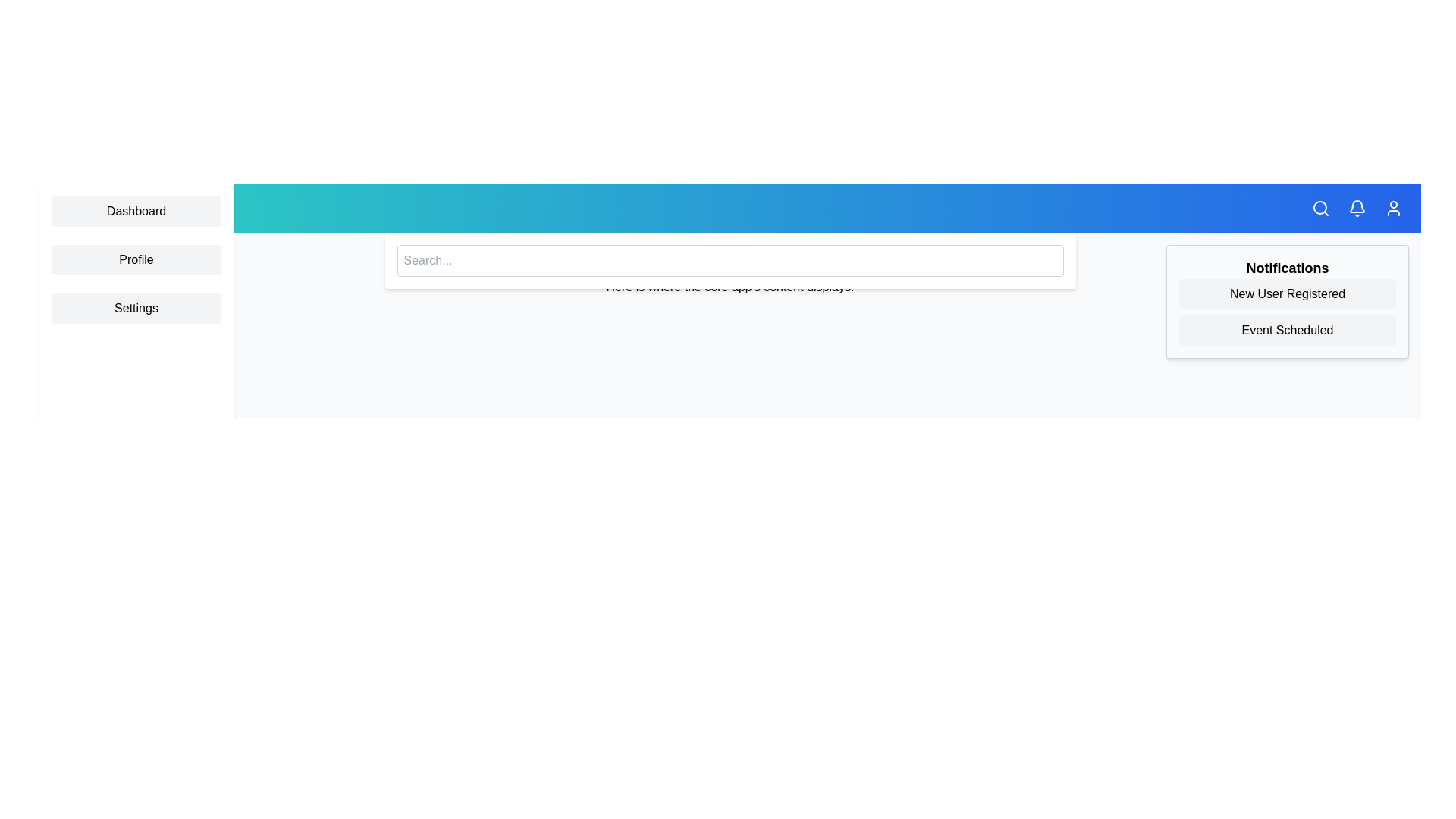 The image size is (1456, 819). I want to click on the user silhouette icon in the top-right corner of the interface, so click(1394, 208).